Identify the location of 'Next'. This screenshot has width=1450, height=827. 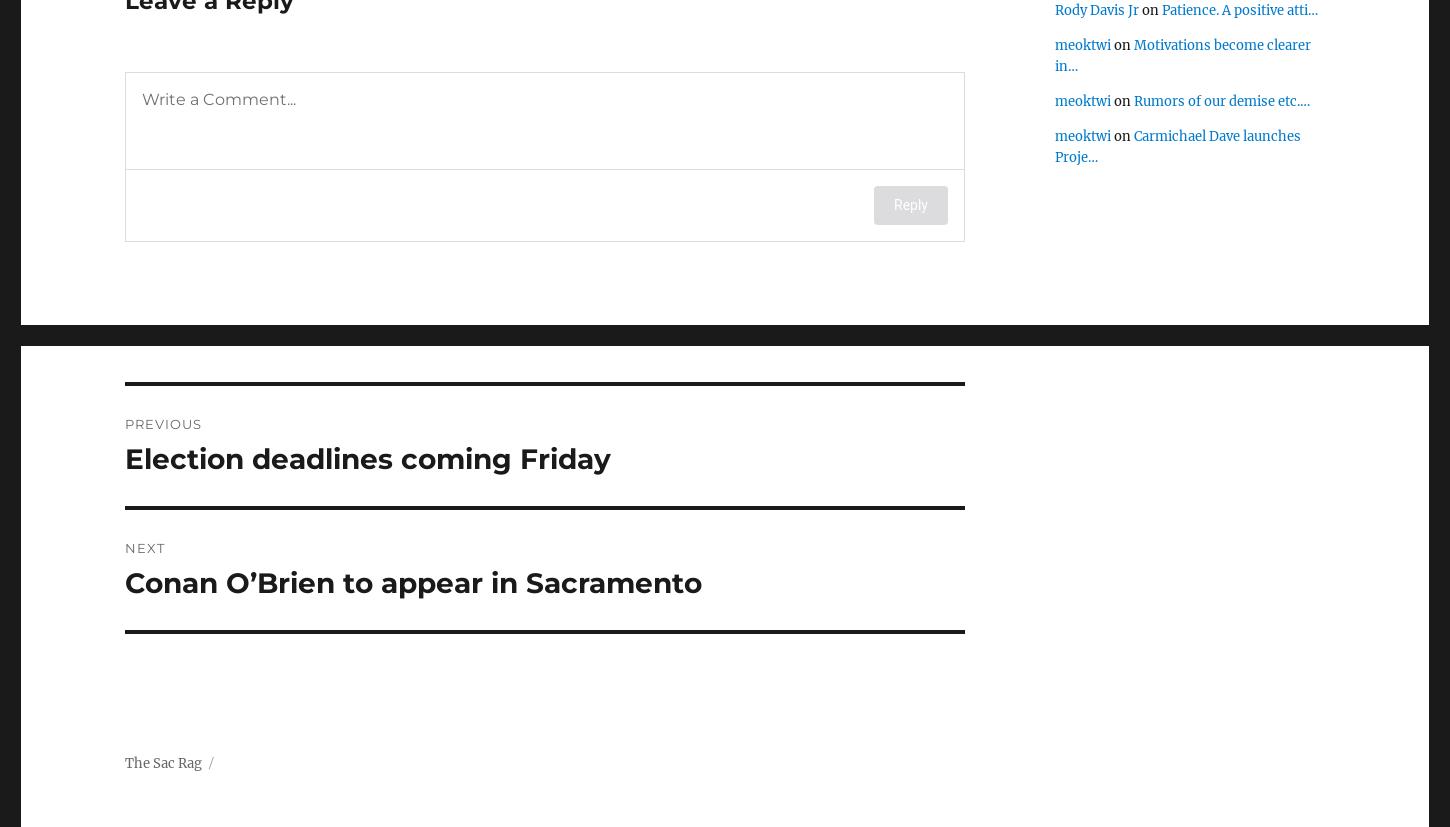
(144, 545).